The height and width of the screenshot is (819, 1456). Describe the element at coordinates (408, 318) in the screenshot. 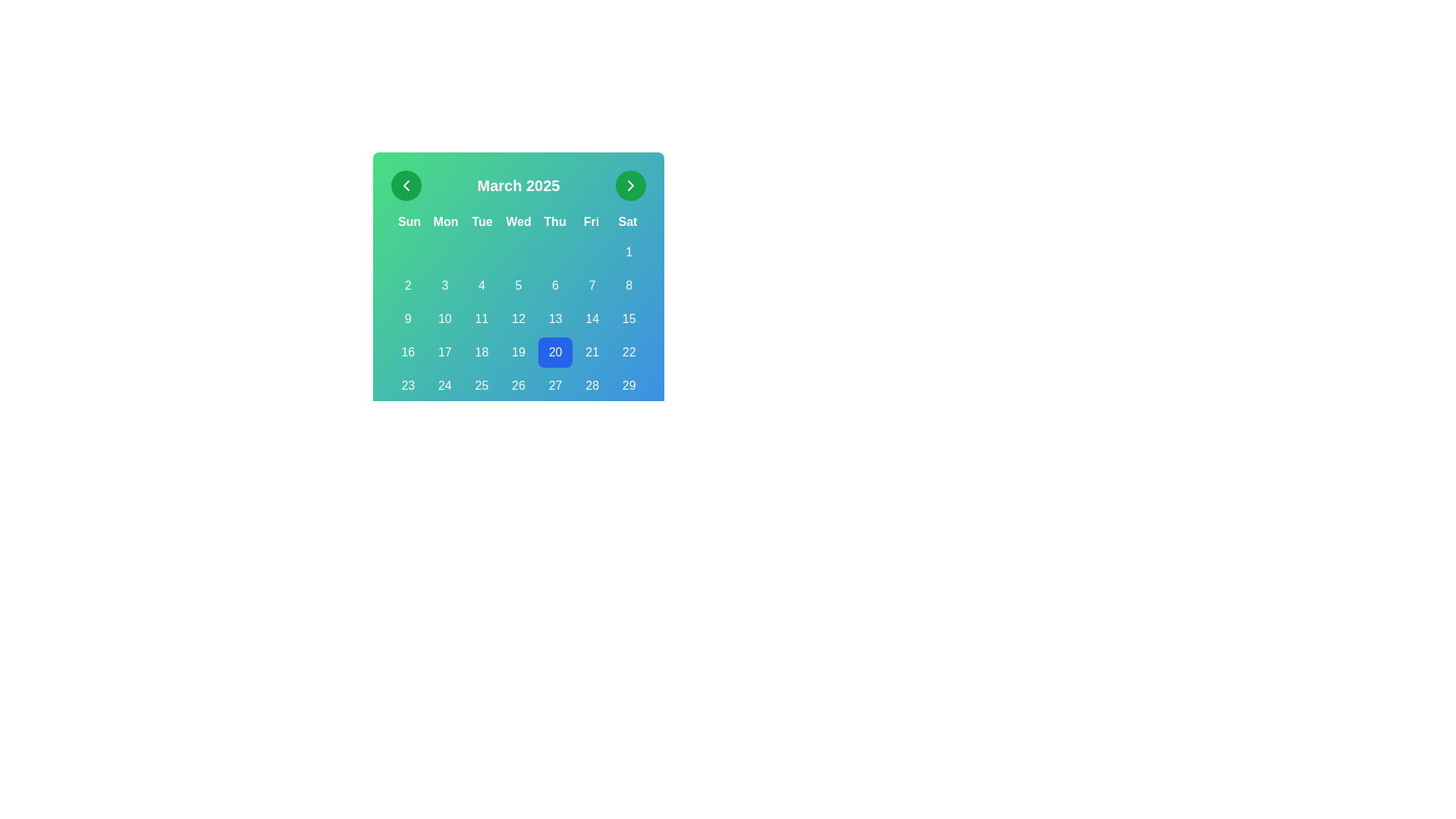

I see `the button representing the 9th day of the month in the calendar grid` at that location.